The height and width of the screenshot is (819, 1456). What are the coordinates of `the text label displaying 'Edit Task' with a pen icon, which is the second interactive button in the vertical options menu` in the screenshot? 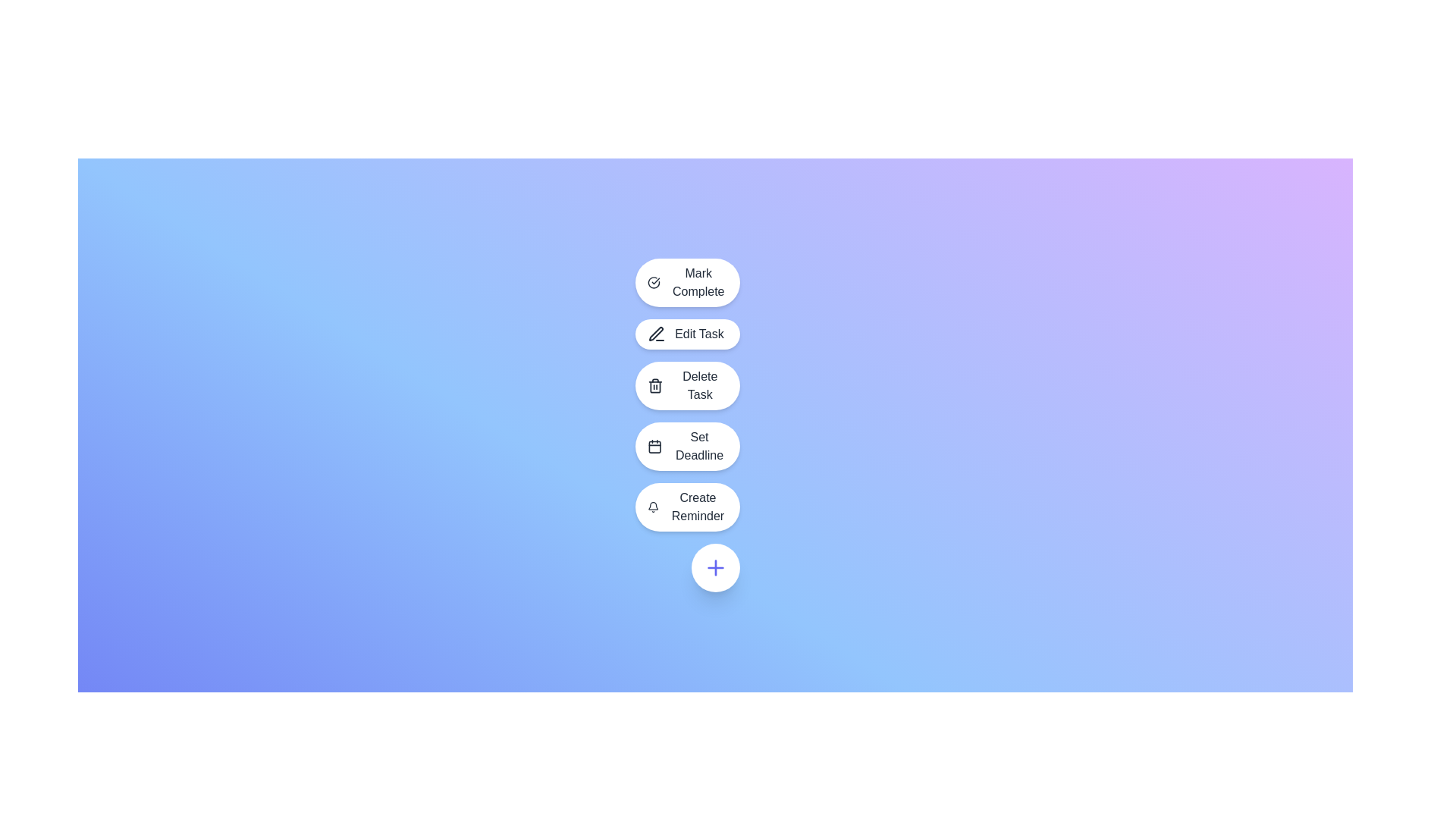 It's located at (698, 333).